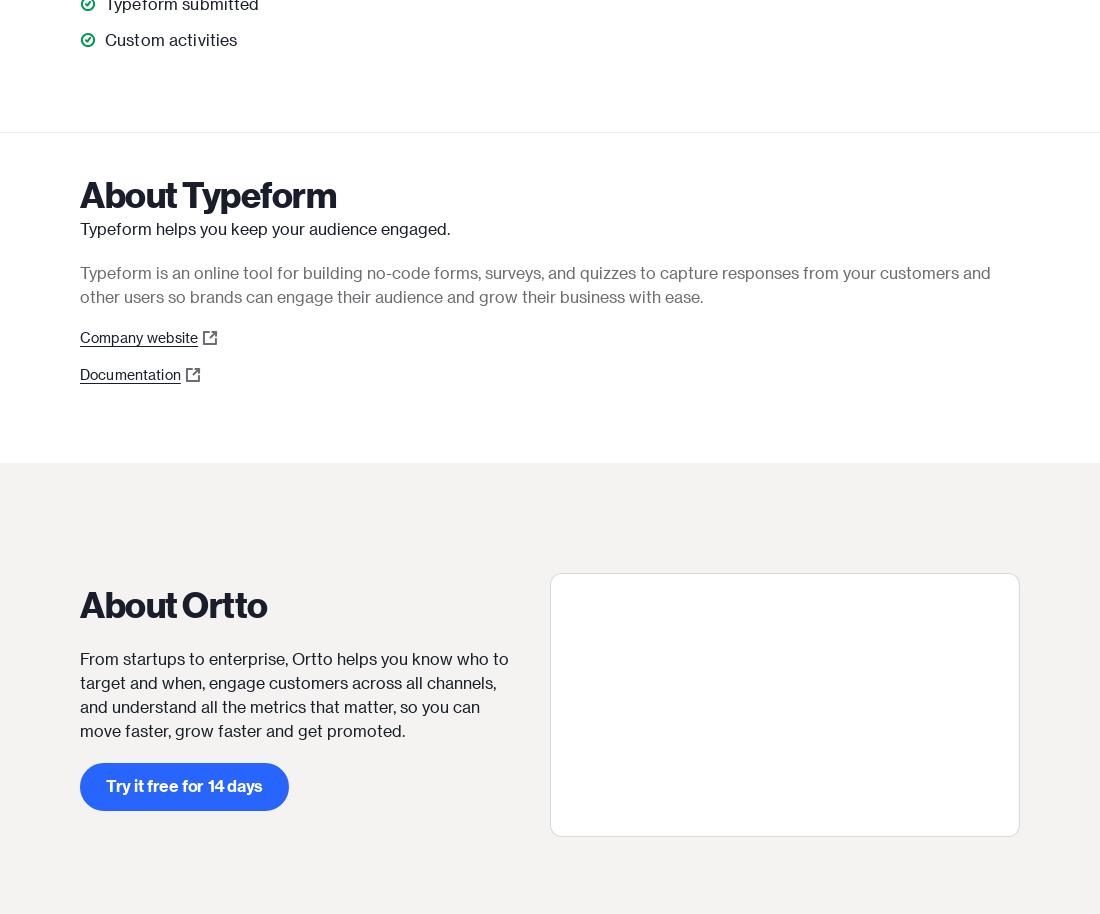 This screenshot has width=1100, height=914. I want to click on 'About', so click(131, 194).